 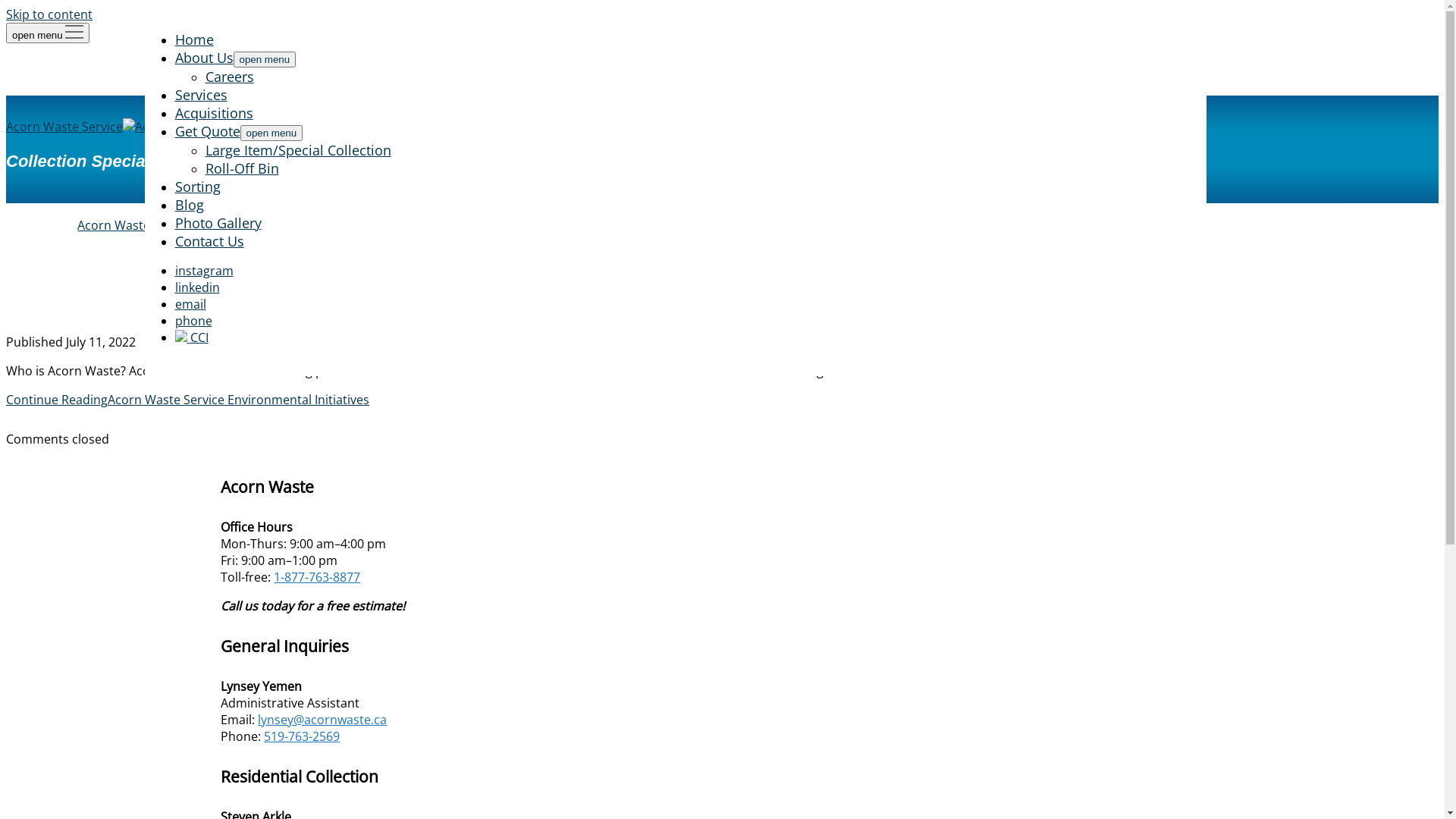 I want to click on 'Large Item/Special Collection', so click(x=297, y=149).